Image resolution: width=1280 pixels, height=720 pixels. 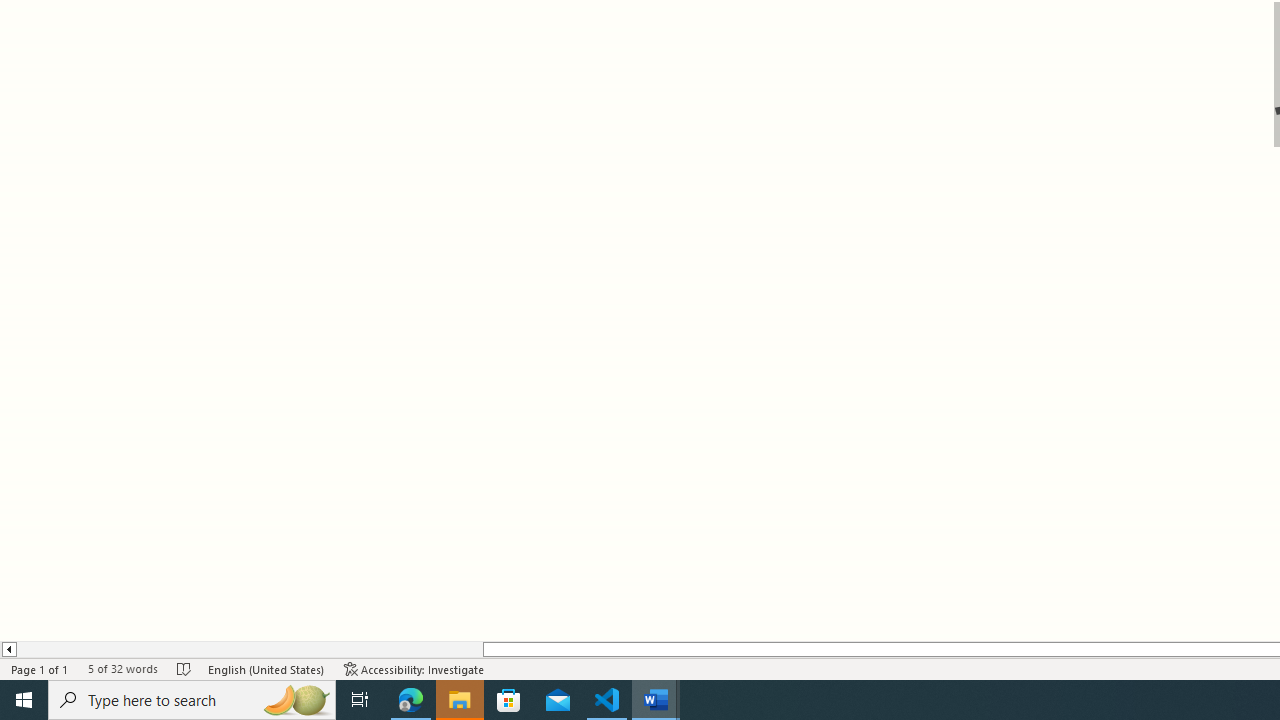 I want to click on 'Accessibility Checker Accessibility: Investigate', so click(x=413, y=669).